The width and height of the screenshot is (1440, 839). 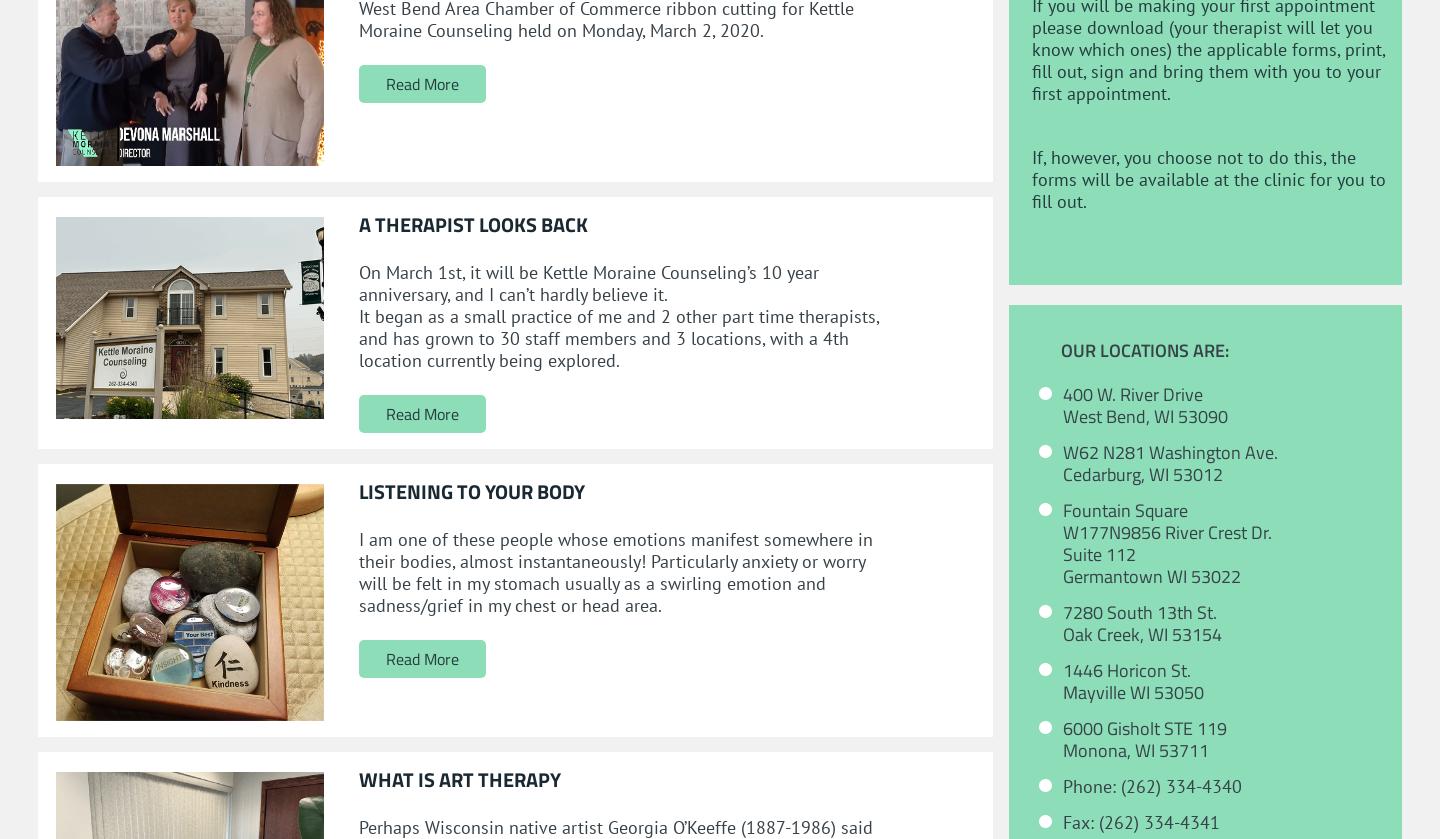 What do you see at coordinates (1098, 553) in the screenshot?
I see `'Suite 112'` at bounding box center [1098, 553].